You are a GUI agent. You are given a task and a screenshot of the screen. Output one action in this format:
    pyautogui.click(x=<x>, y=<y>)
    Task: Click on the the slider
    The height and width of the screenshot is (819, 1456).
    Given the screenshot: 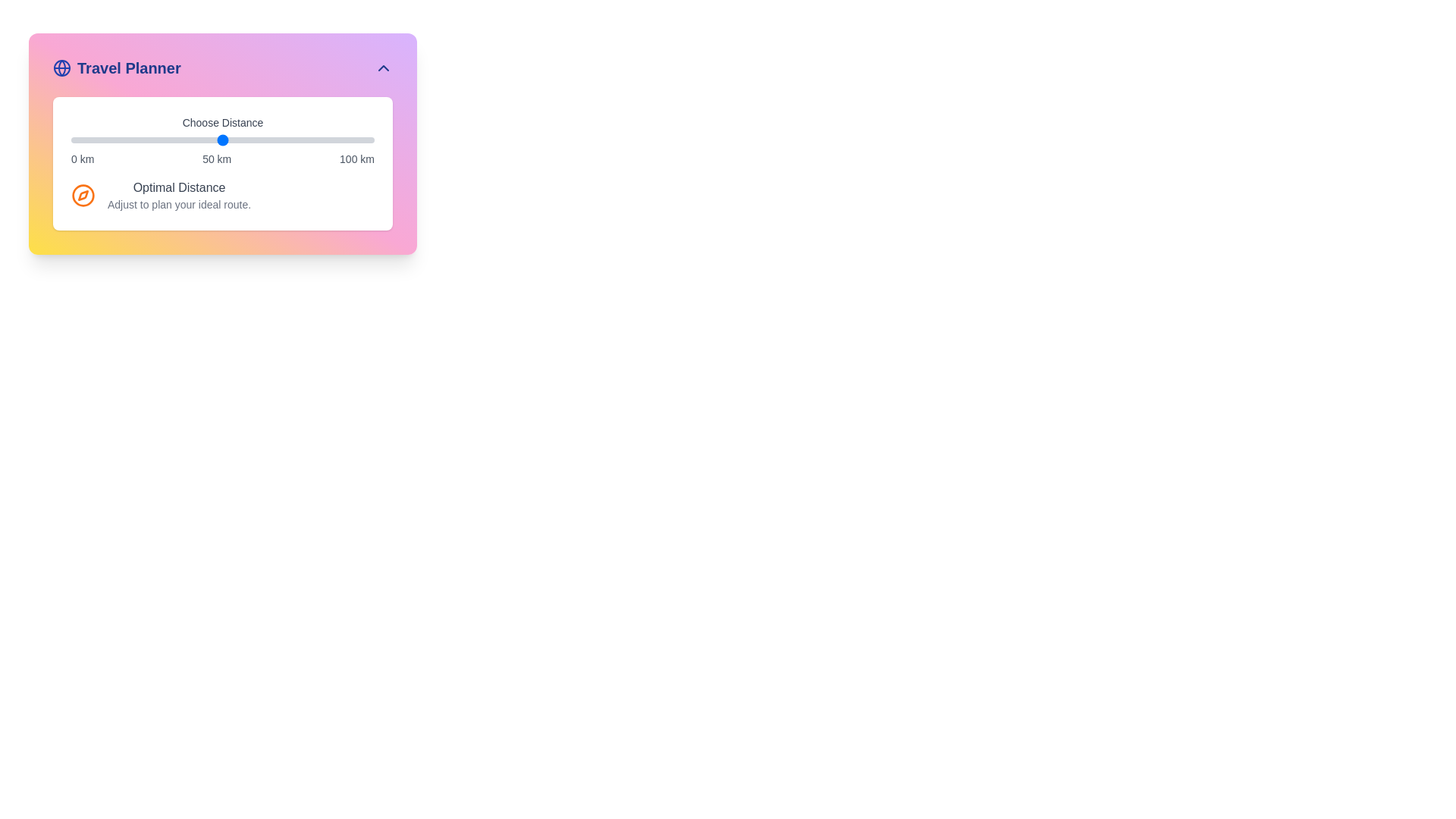 What is the action you would take?
    pyautogui.click(x=331, y=140)
    